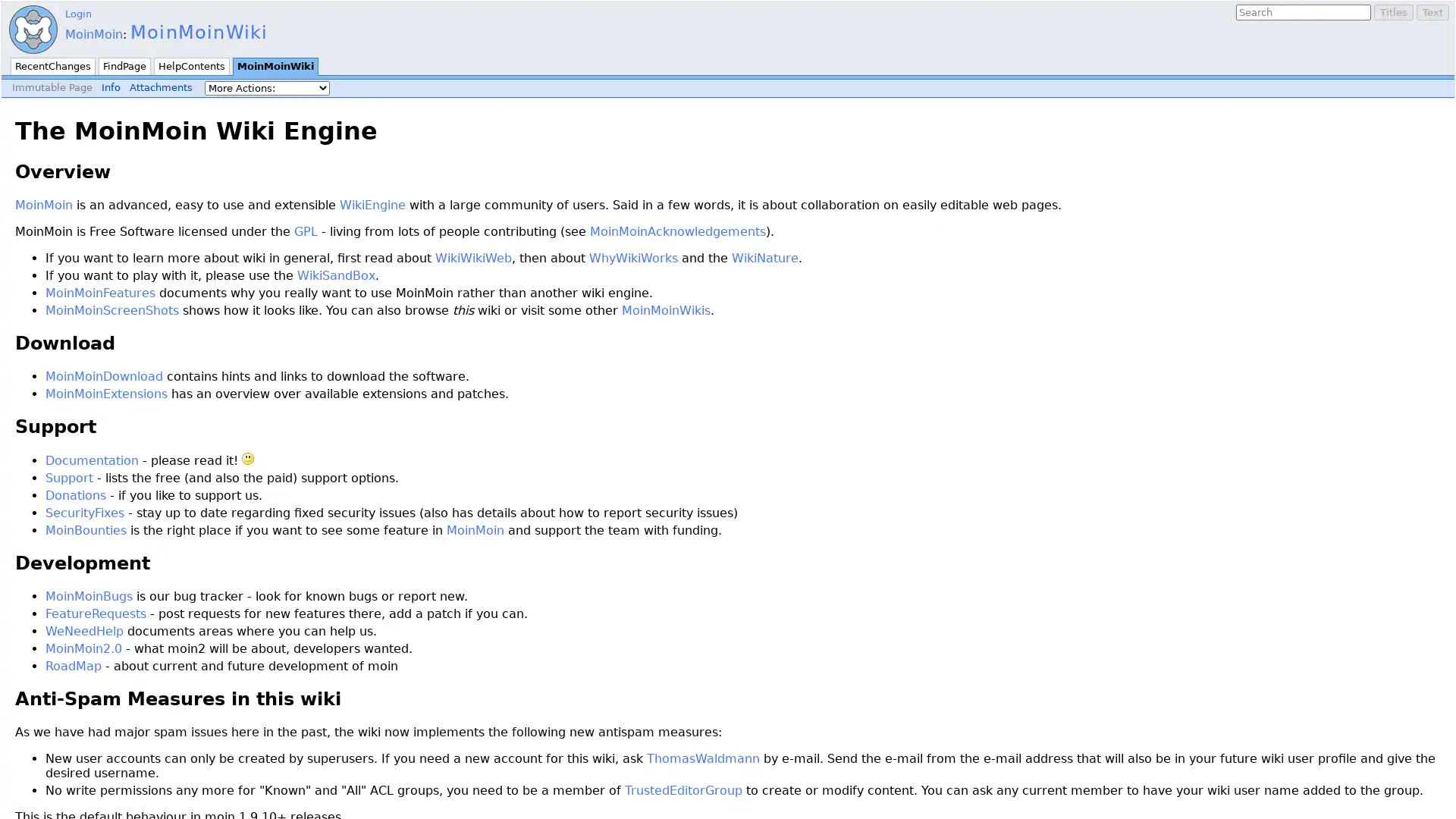 This screenshot has width=1456, height=819. Describe the element at coordinates (1394, 12) in the screenshot. I see `Titles` at that location.